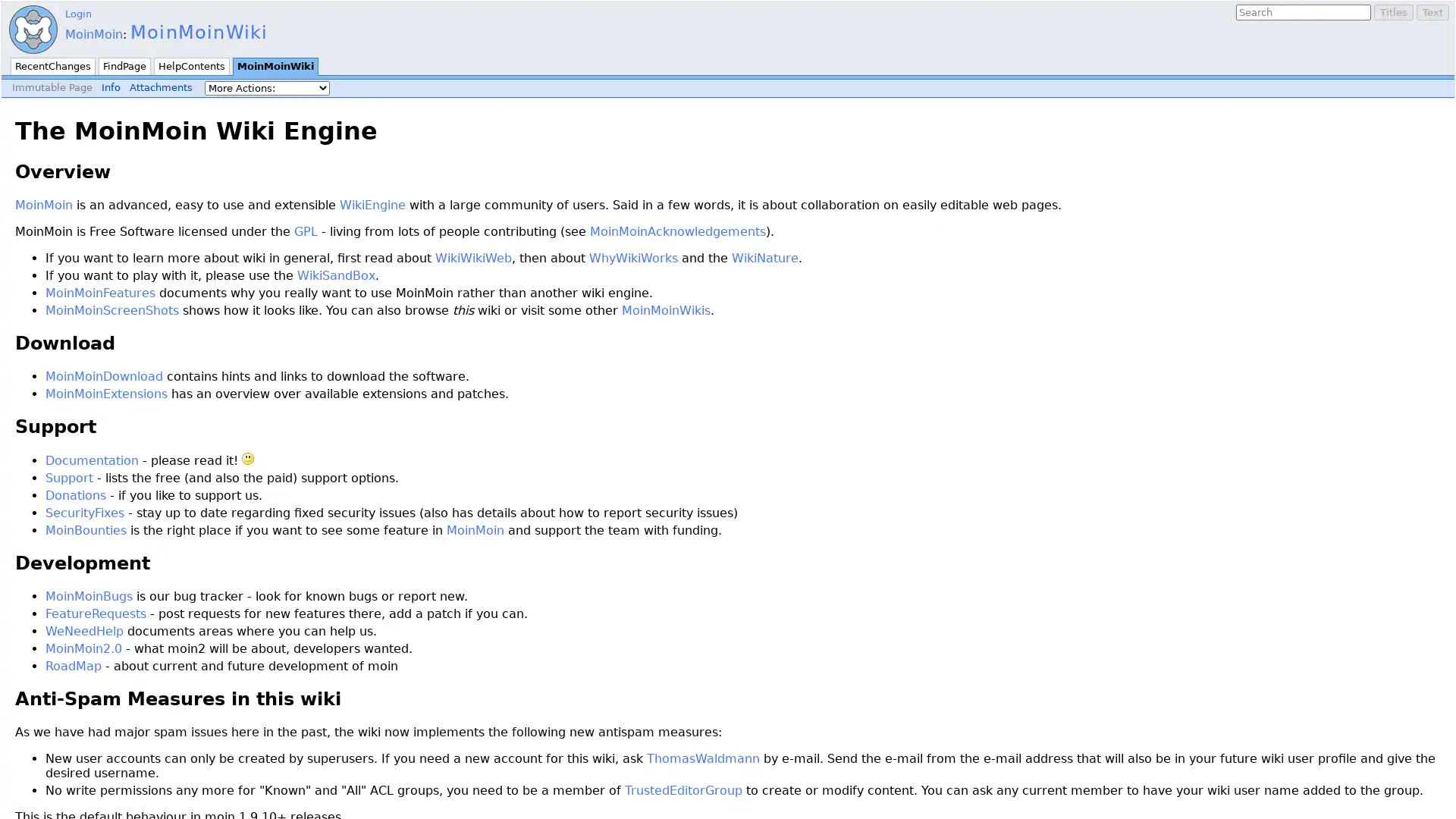 This screenshot has width=1456, height=819. Describe the element at coordinates (1394, 12) in the screenshot. I see `Titles` at that location.